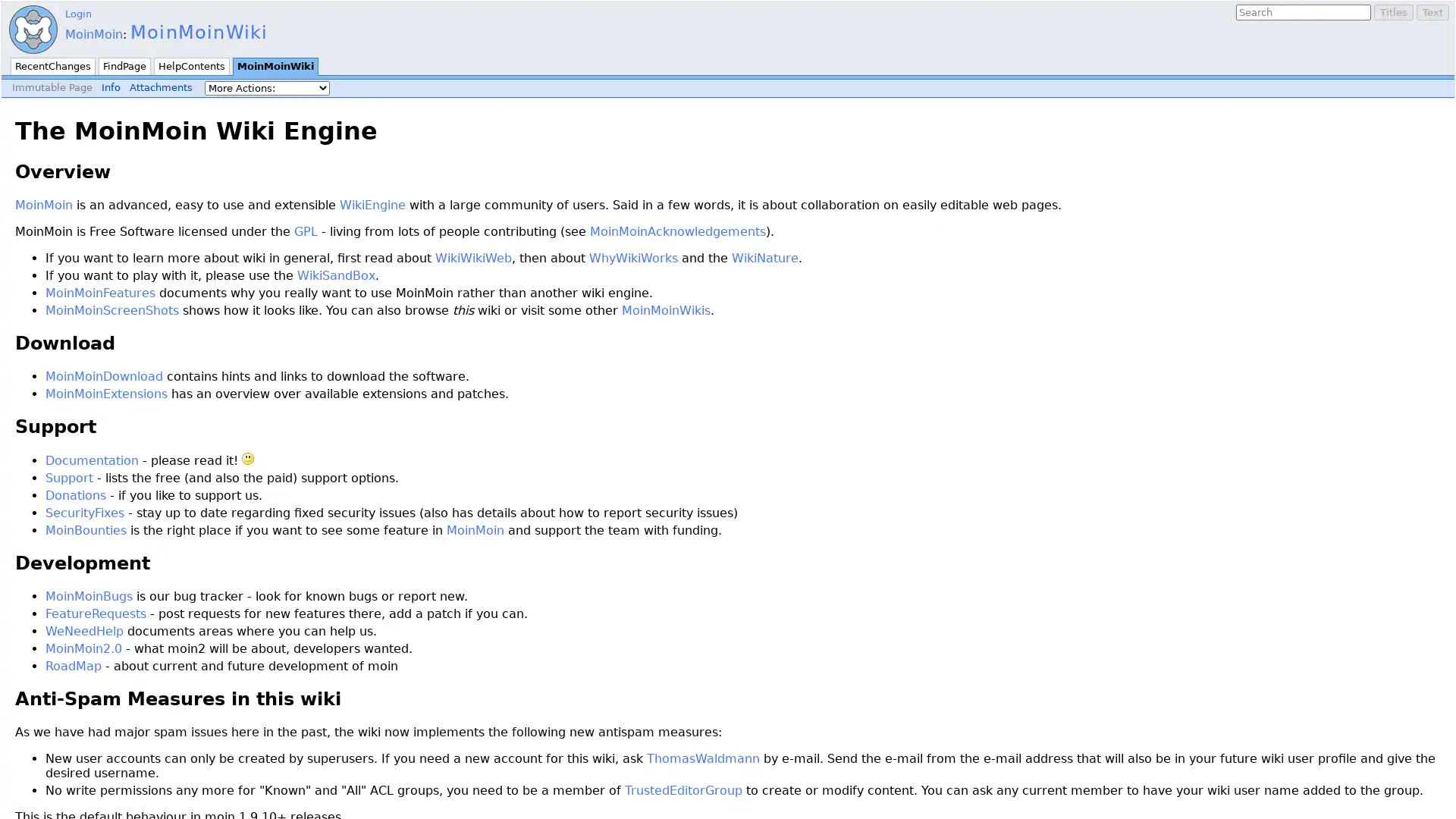 This screenshot has width=1456, height=819. Describe the element at coordinates (1394, 12) in the screenshot. I see `Titles` at that location.